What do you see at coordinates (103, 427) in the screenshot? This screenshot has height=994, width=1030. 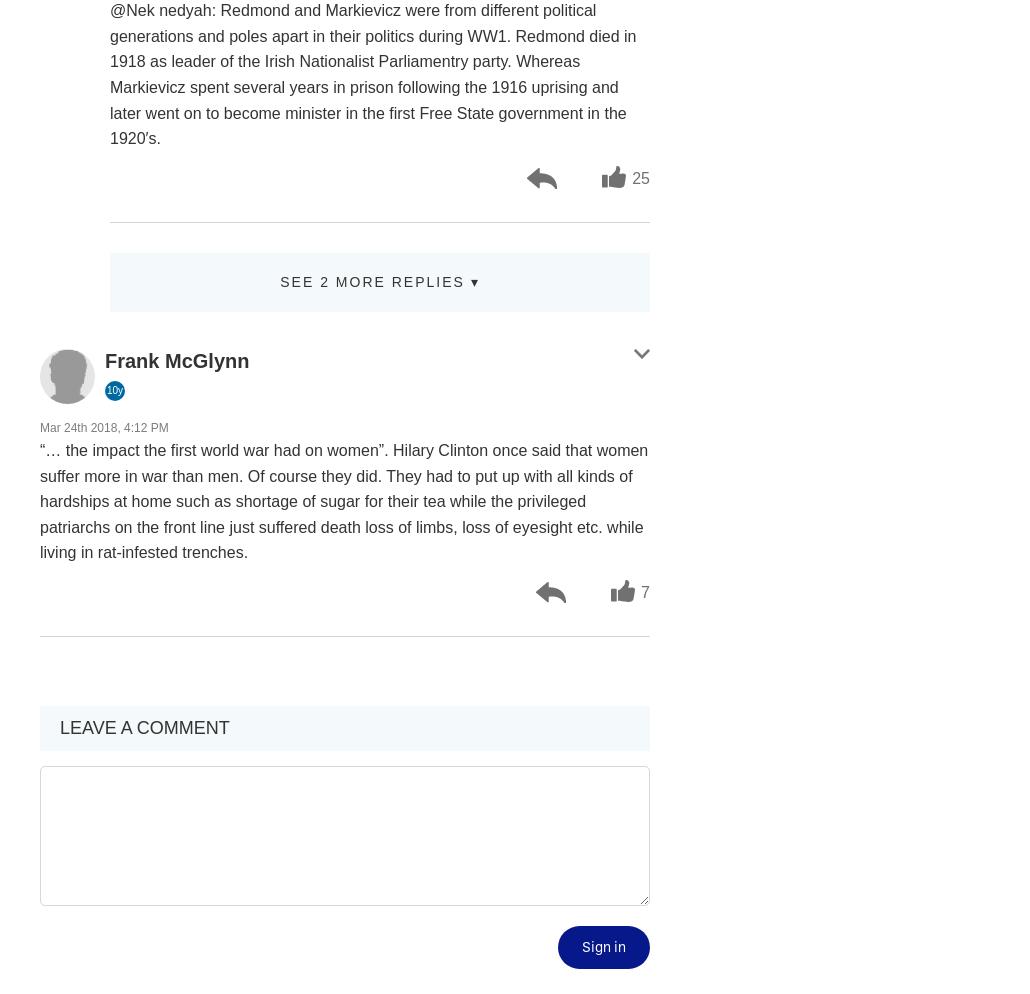 I see `'Mar 24th 2018, 4:12 PM'` at bounding box center [103, 427].